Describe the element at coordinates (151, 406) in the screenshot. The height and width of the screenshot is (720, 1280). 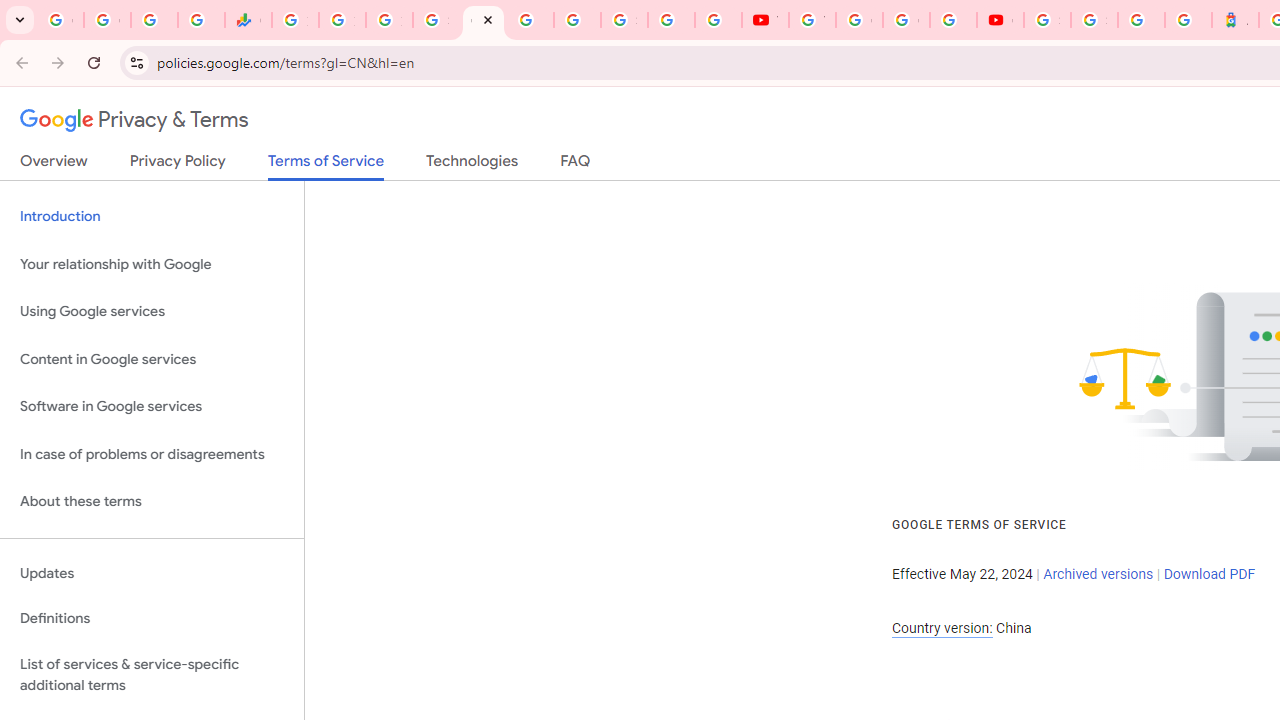
I see `'Software in Google services'` at that location.